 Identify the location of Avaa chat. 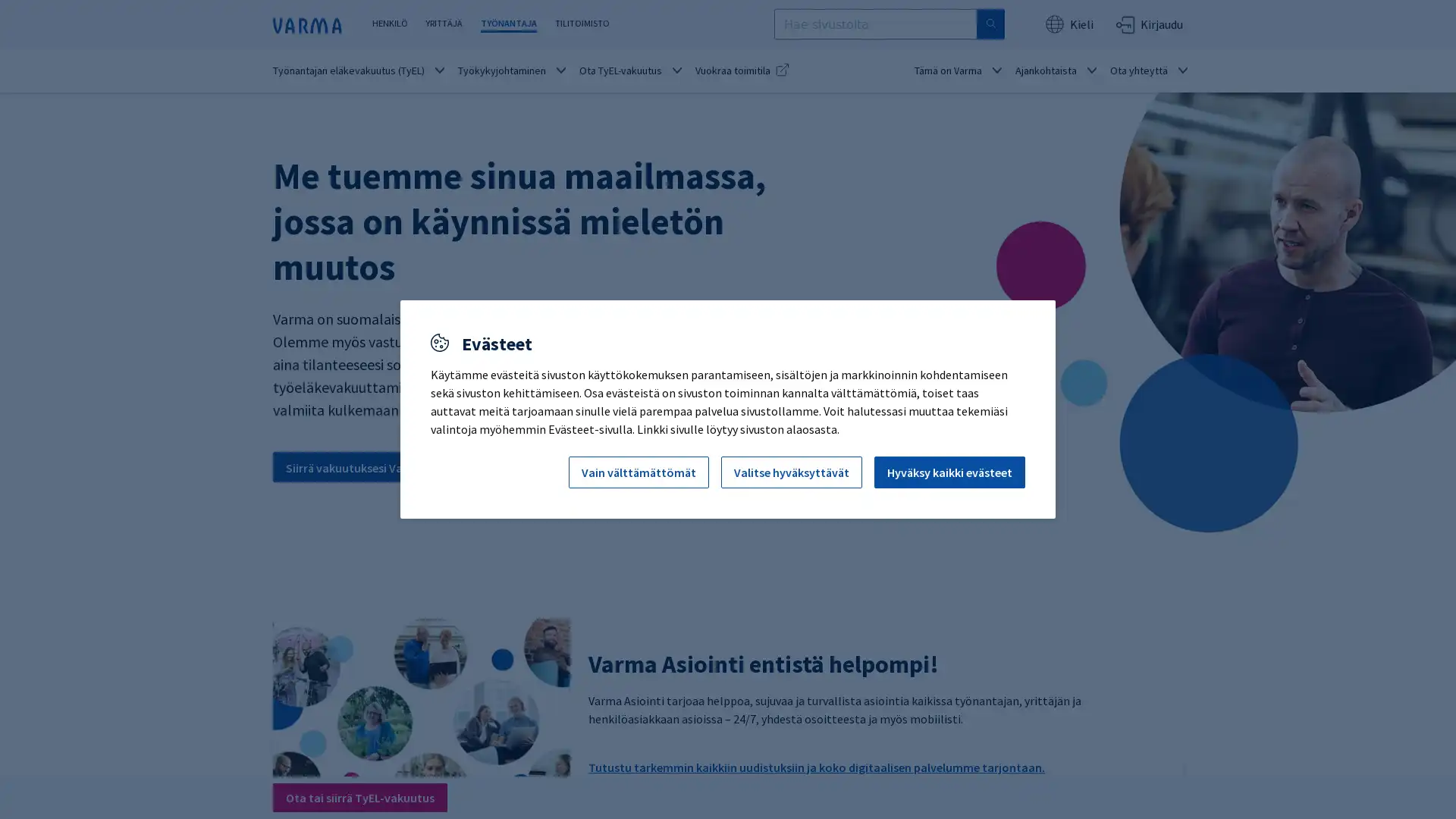
(1425, 788).